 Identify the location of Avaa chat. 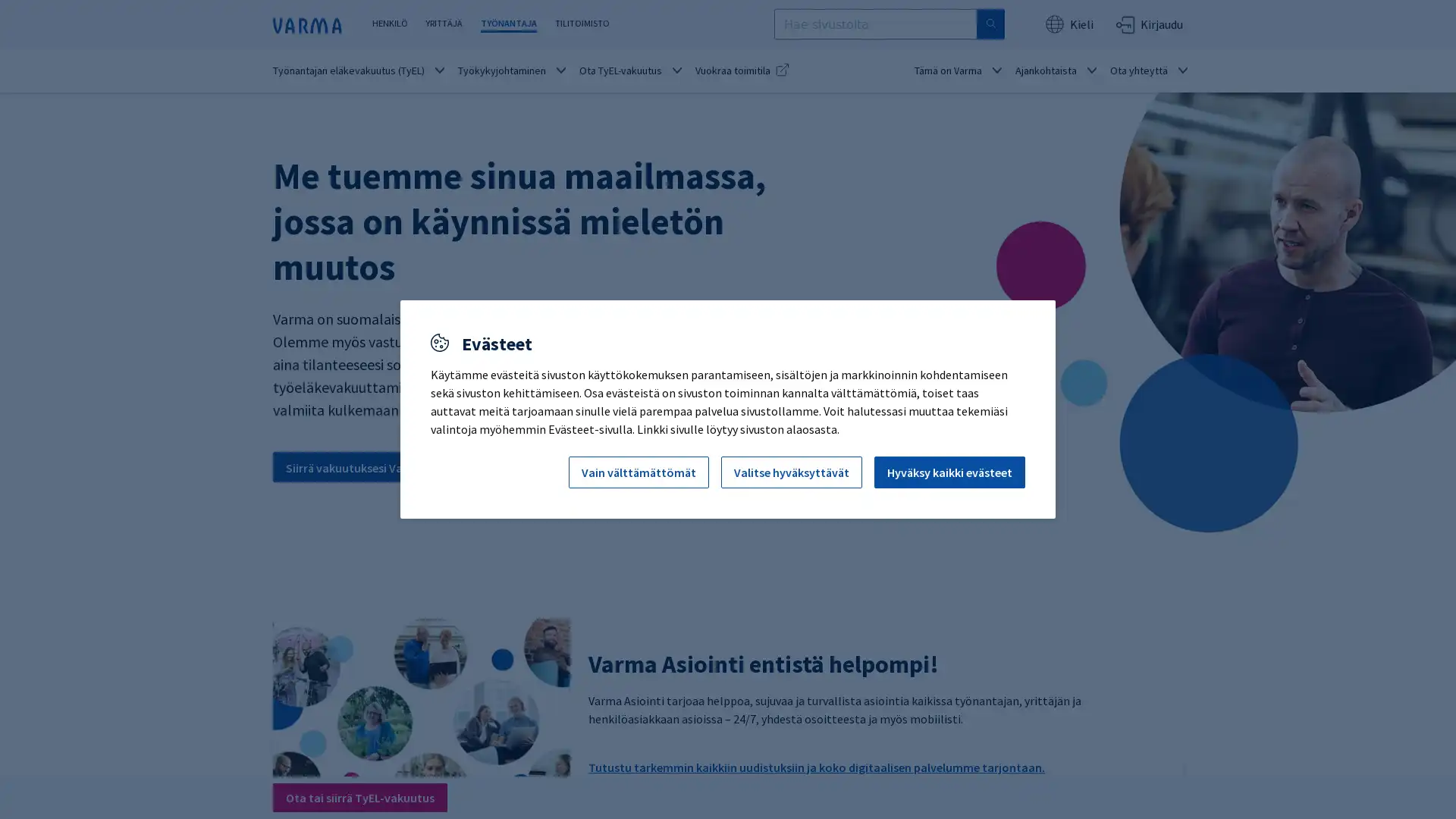
(1425, 788).